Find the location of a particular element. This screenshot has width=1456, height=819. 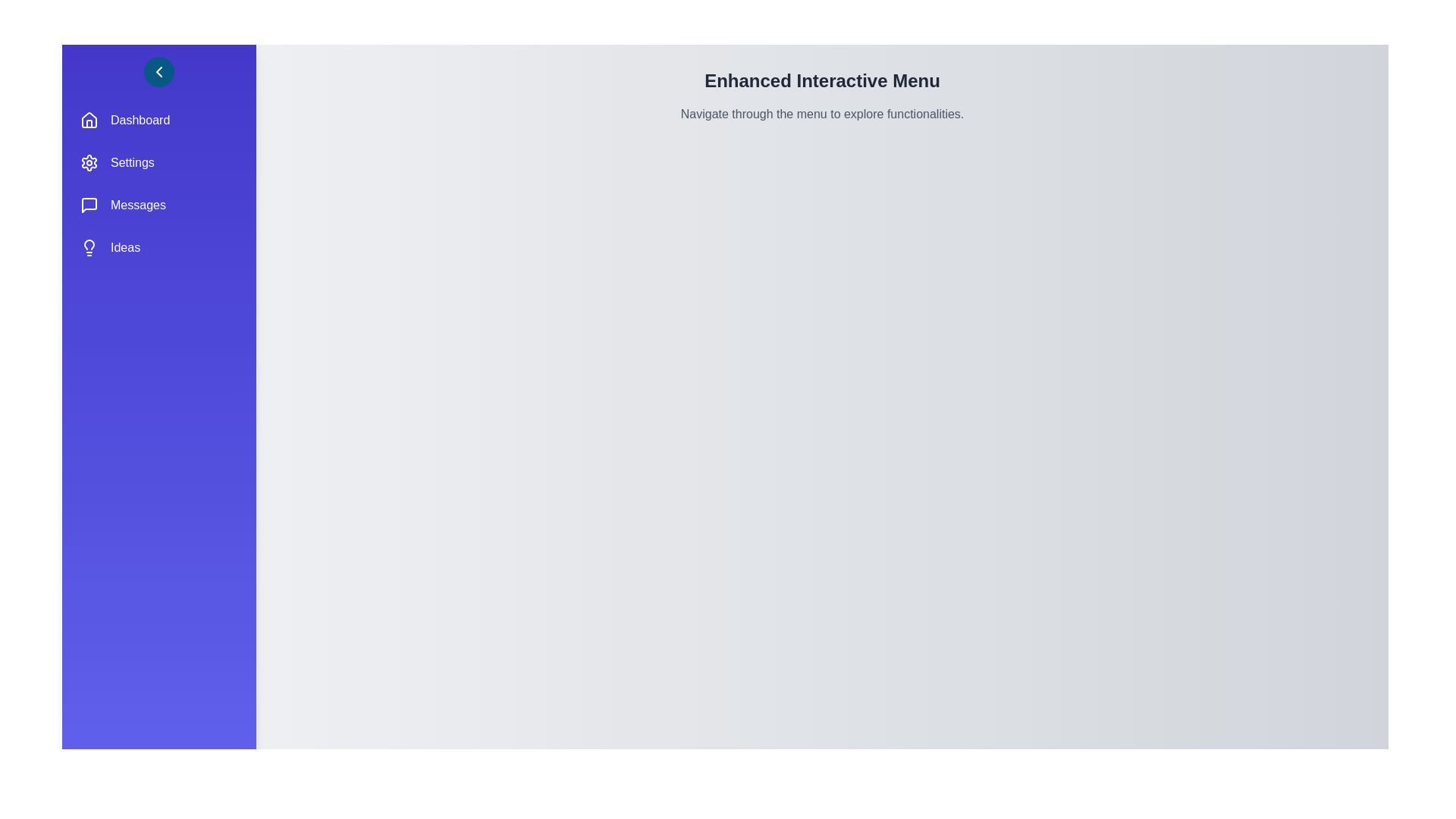

the menu item Ideas to select it is located at coordinates (159, 247).